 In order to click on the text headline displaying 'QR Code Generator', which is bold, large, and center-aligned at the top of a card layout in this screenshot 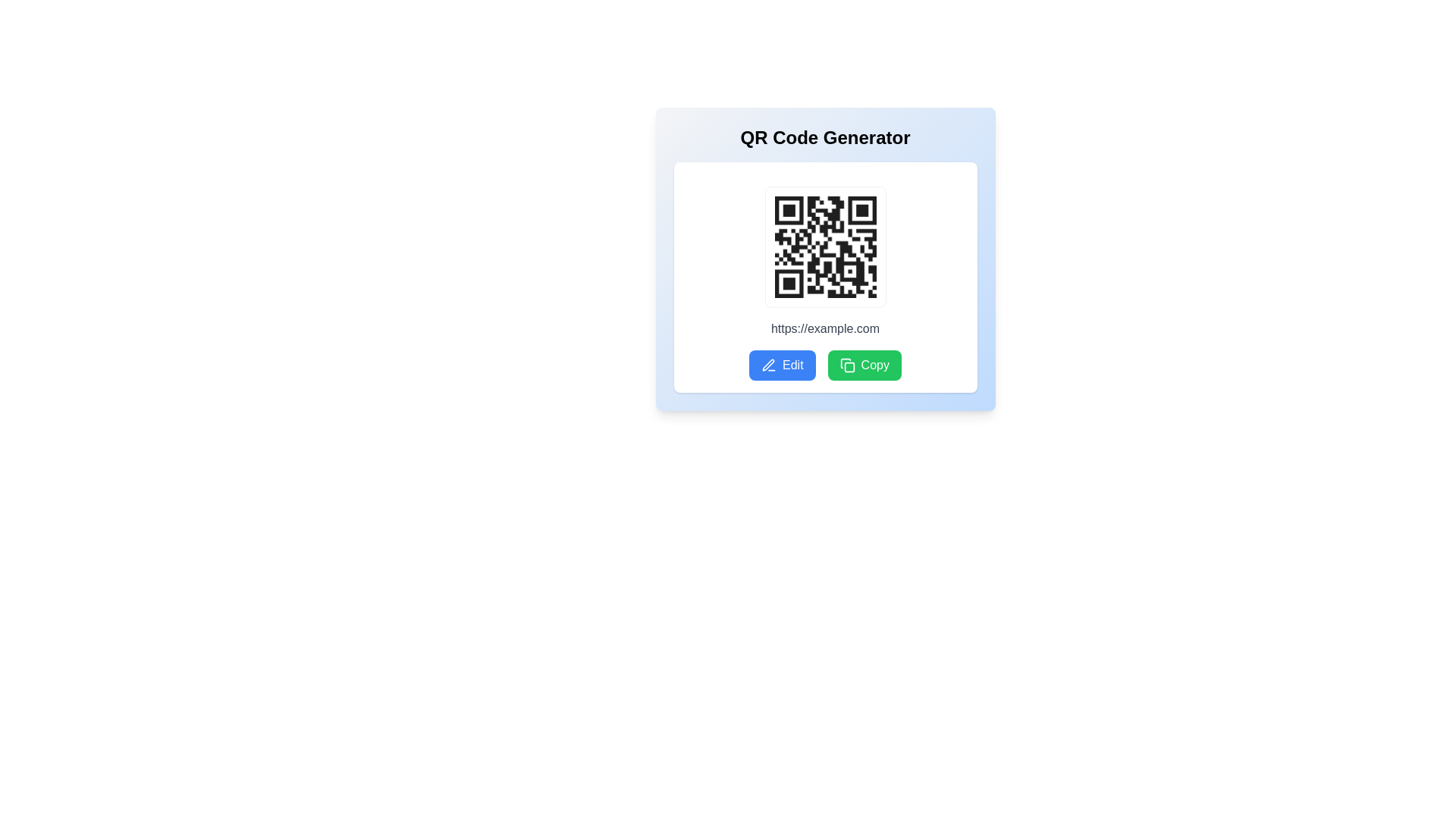, I will do `click(824, 137)`.